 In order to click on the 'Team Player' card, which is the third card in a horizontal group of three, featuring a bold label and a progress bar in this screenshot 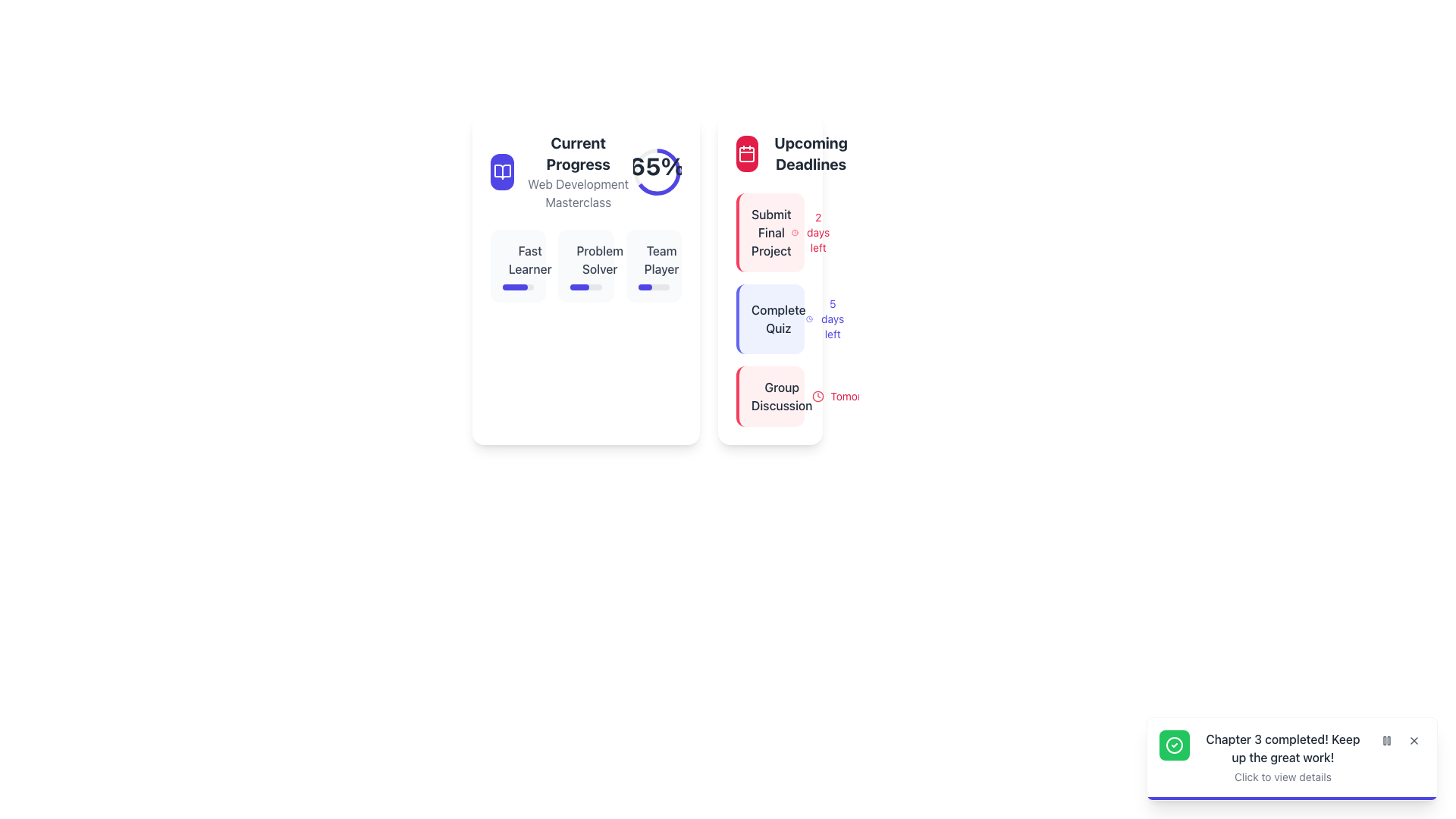, I will do `click(654, 265)`.